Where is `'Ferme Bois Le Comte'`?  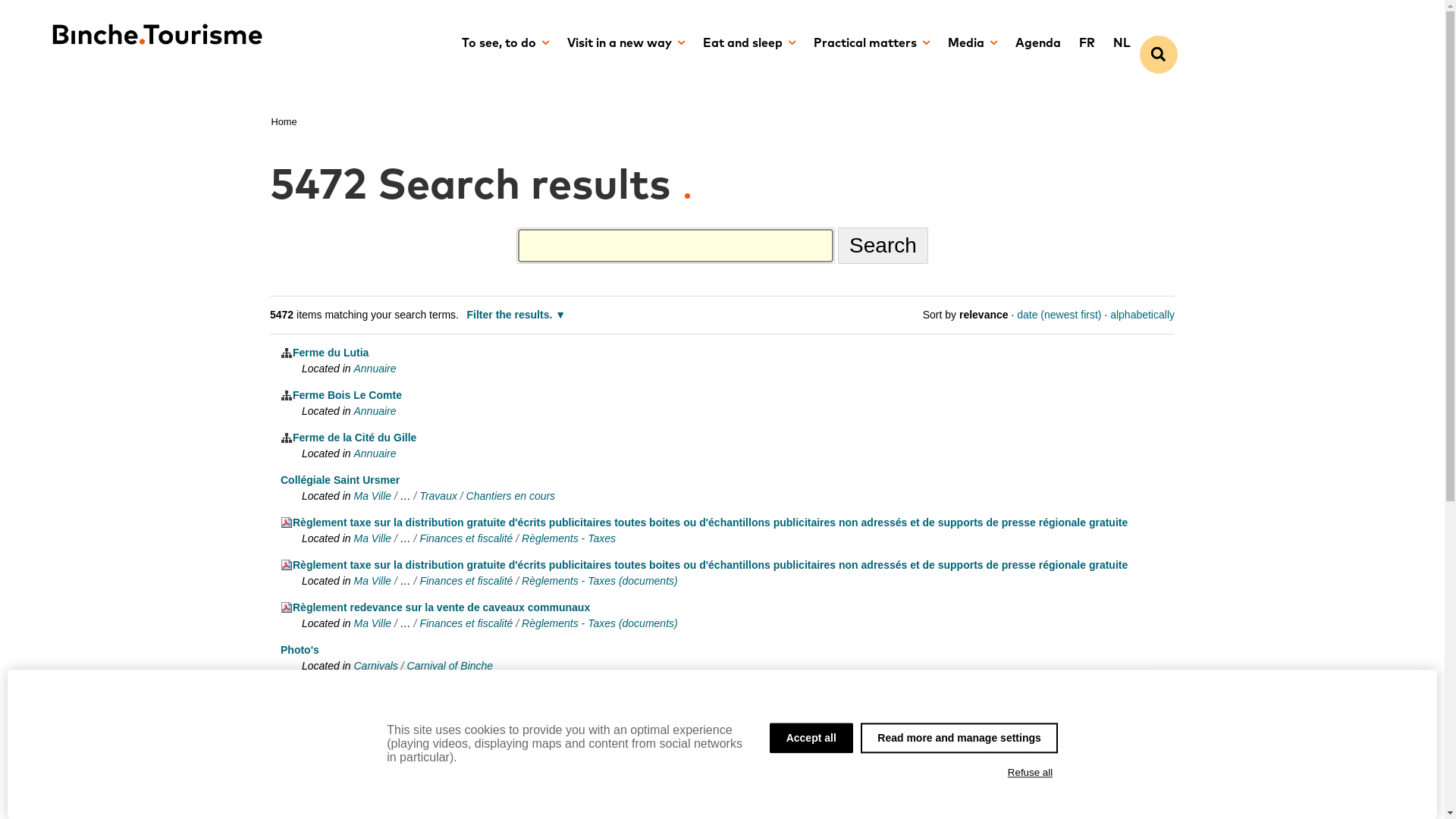 'Ferme Bois Le Comte' is located at coordinates (280, 394).